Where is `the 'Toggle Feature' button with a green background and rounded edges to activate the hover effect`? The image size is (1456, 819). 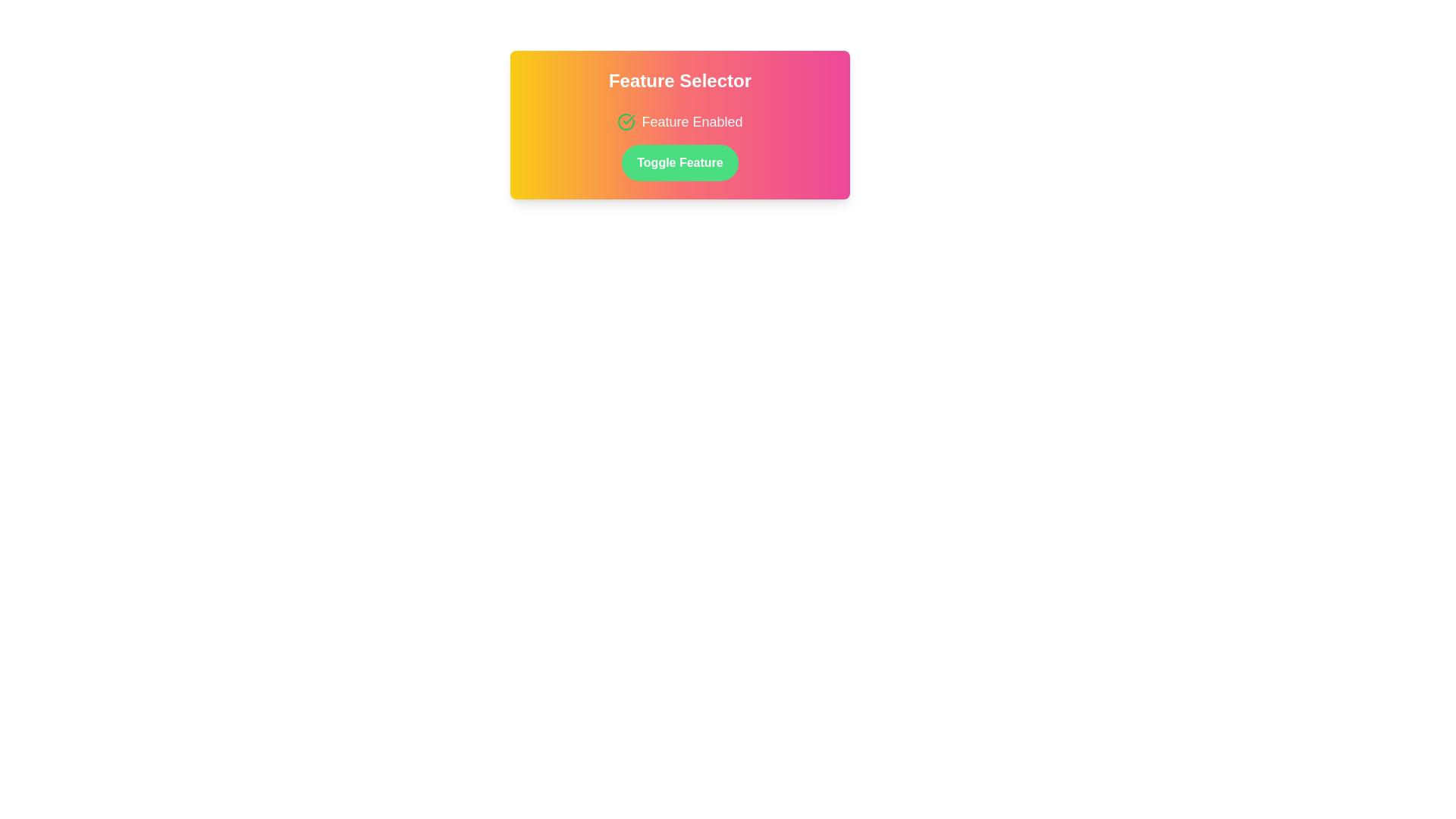
the 'Toggle Feature' button with a green background and rounded edges to activate the hover effect is located at coordinates (679, 163).